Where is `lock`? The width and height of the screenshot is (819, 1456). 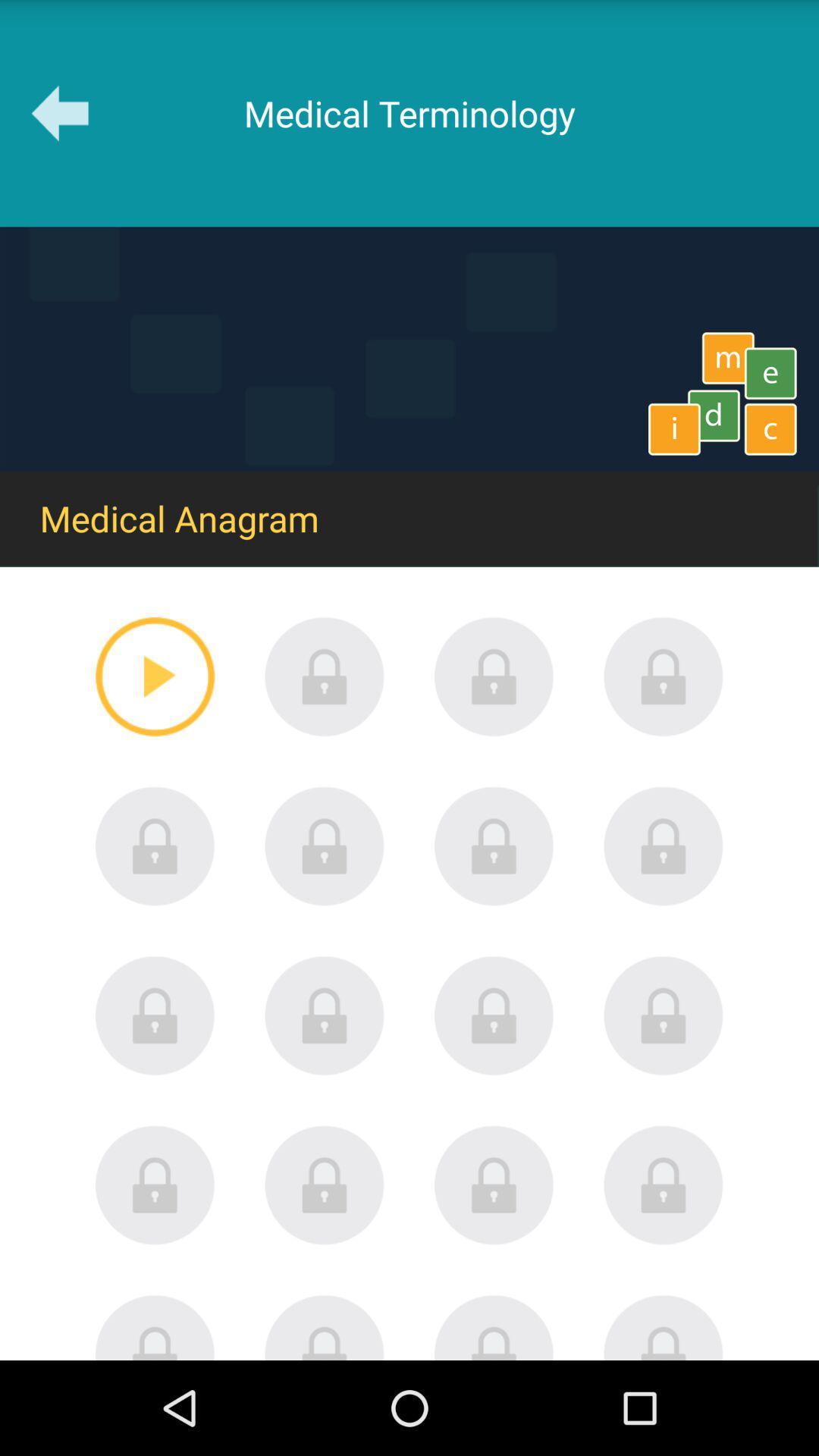 lock is located at coordinates (494, 846).